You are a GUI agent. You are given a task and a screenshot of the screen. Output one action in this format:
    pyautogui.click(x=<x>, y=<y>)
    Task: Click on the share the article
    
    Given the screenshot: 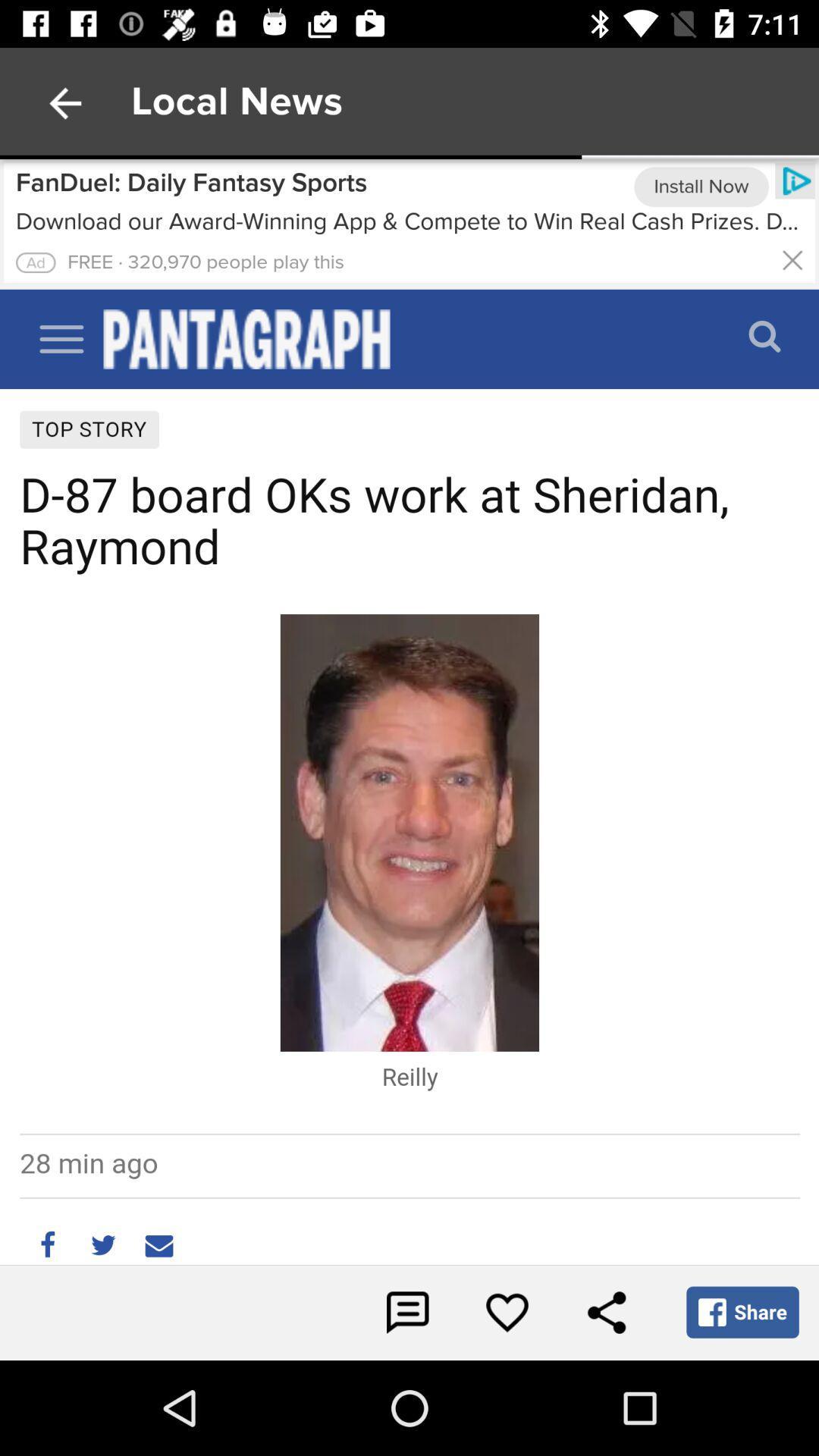 What is the action you would take?
    pyautogui.click(x=605, y=1312)
    